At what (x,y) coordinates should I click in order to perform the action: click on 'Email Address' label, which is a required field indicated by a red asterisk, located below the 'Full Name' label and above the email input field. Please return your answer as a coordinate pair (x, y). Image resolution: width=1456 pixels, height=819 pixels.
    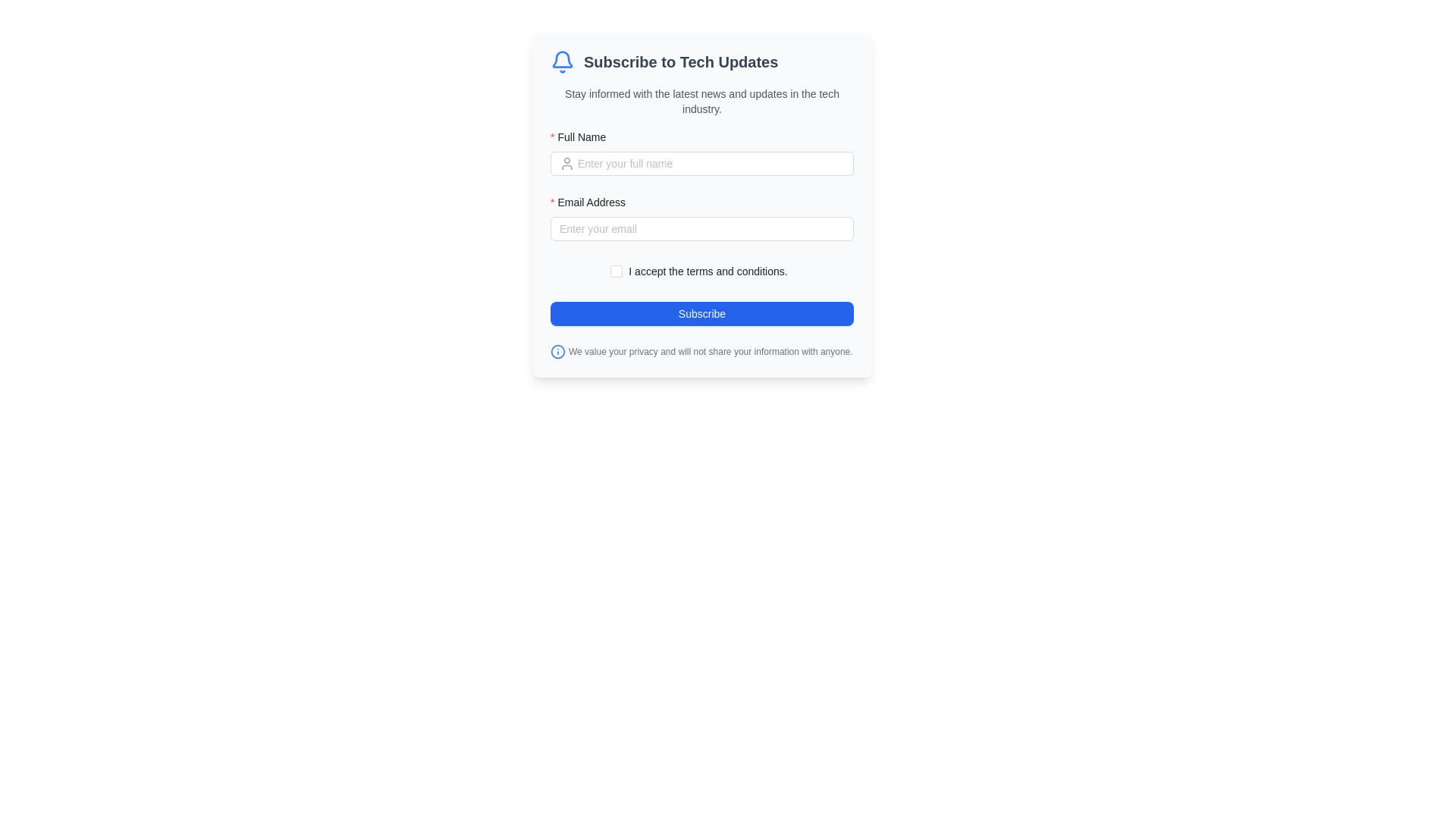
    Looking at the image, I should click on (592, 201).